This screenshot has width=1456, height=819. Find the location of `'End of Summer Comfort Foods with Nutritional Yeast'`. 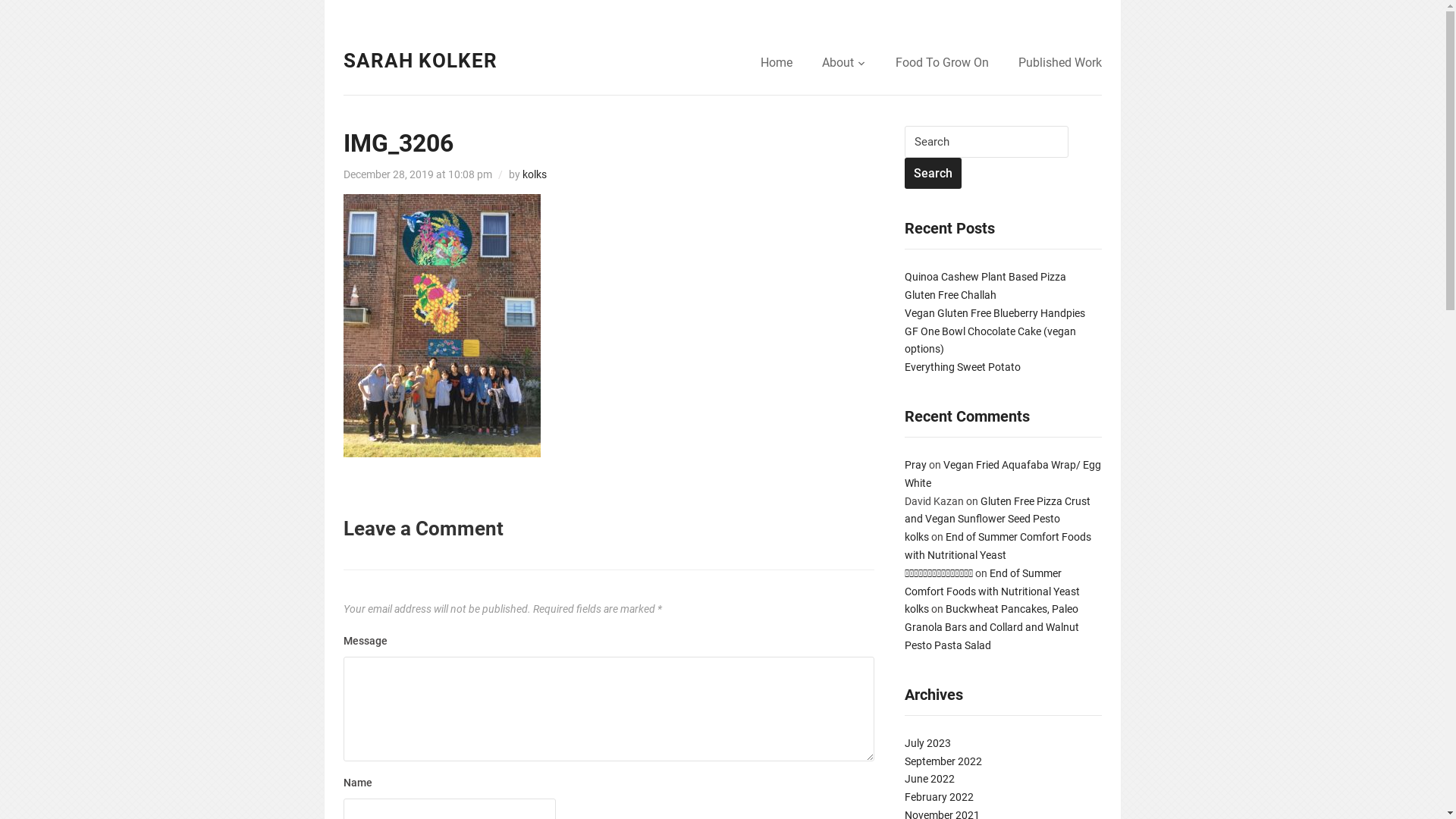

'End of Summer Comfort Foods with Nutritional Yeast' is located at coordinates (997, 546).